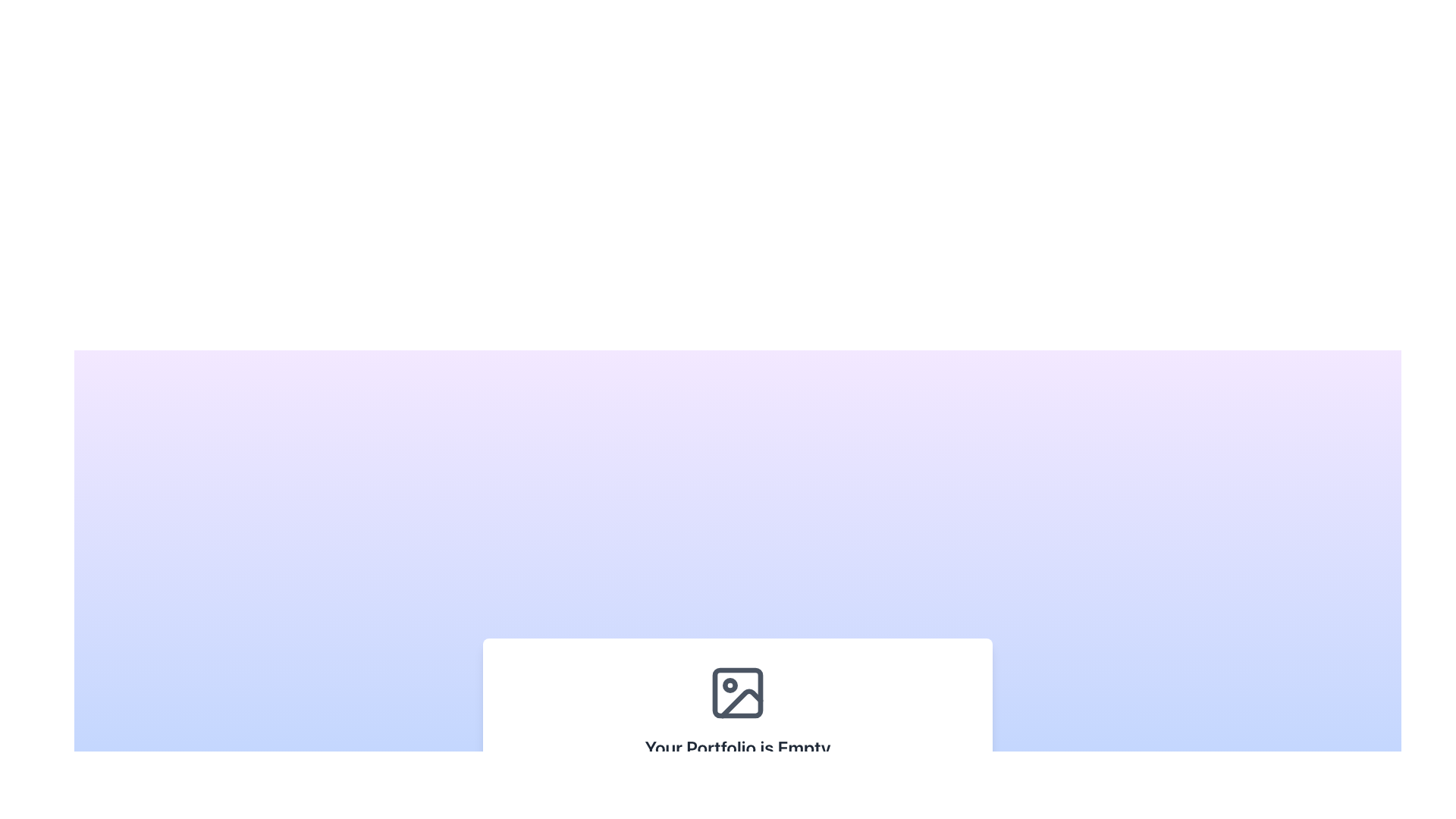 The width and height of the screenshot is (1456, 819). Describe the element at coordinates (738, 693) in the screenshot. I see `the icon representing an image or artwork in the portfolio section, which is located above the text 'Your Portfolio is Empty'` at that location.